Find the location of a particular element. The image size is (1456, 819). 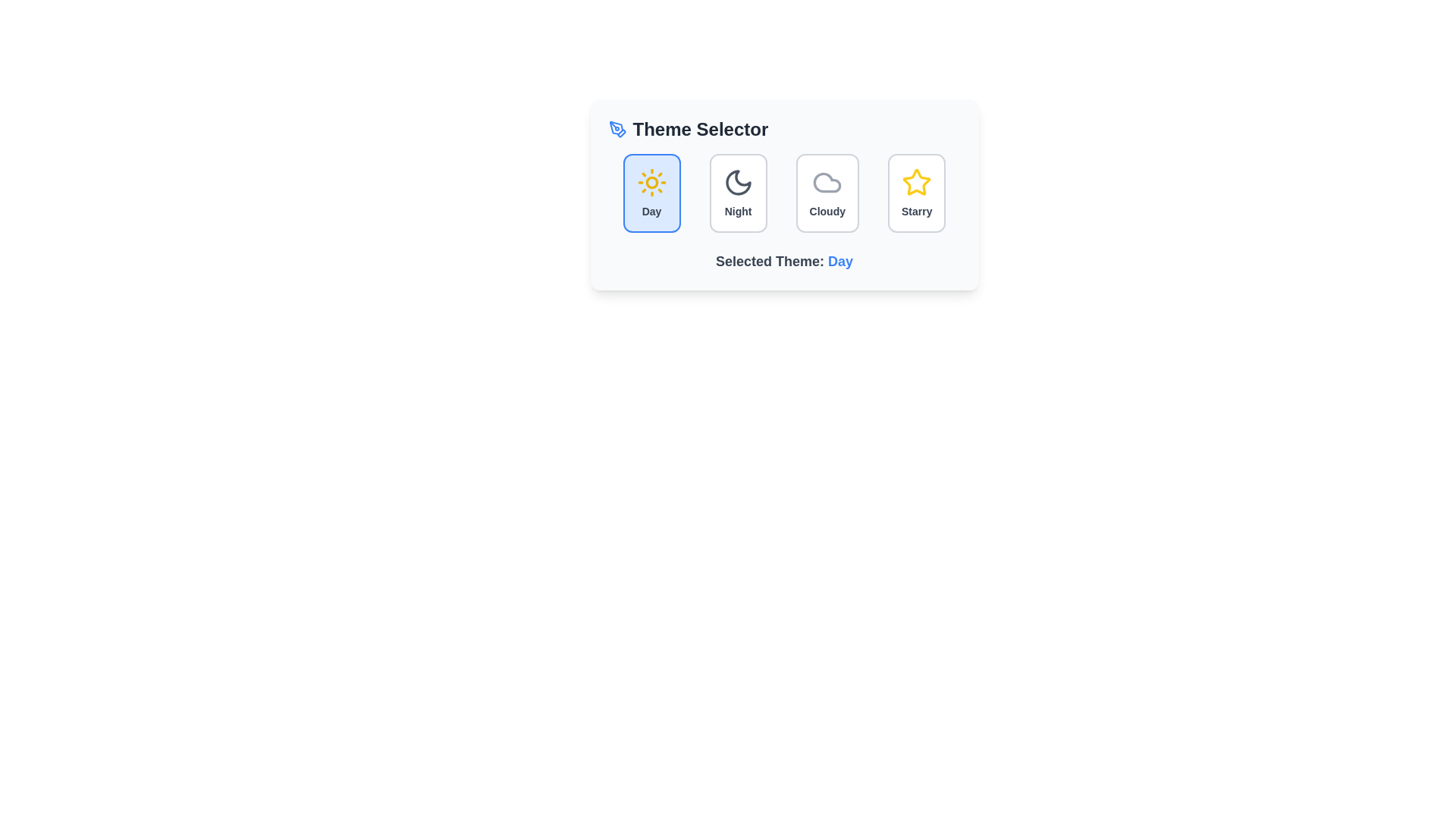

the yellow sun icon located at the top of the 'Day' button in the theme selection interface is located at coordinates (651, 181).